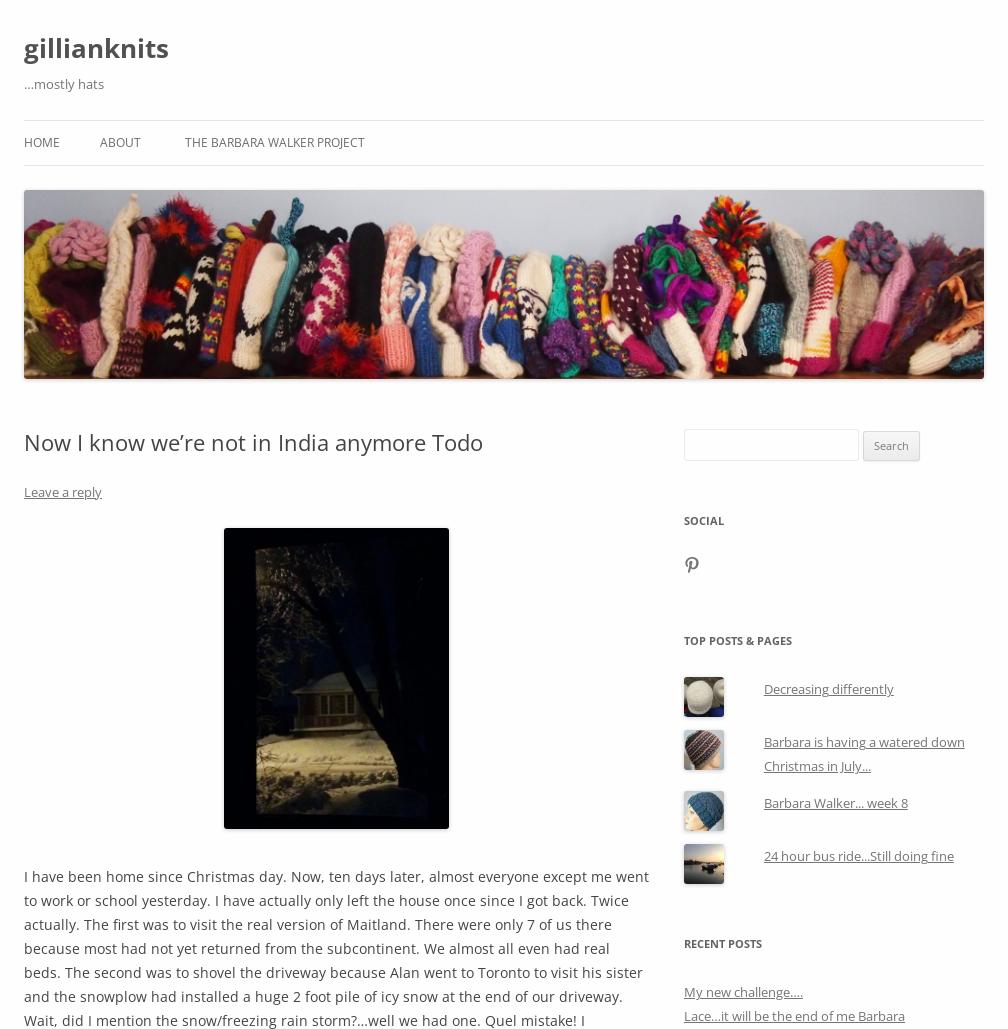  What do you see at coordinates (743, 990) in the screenshot?
I see `'My new challenge….'` at bounding box center [743, 990].